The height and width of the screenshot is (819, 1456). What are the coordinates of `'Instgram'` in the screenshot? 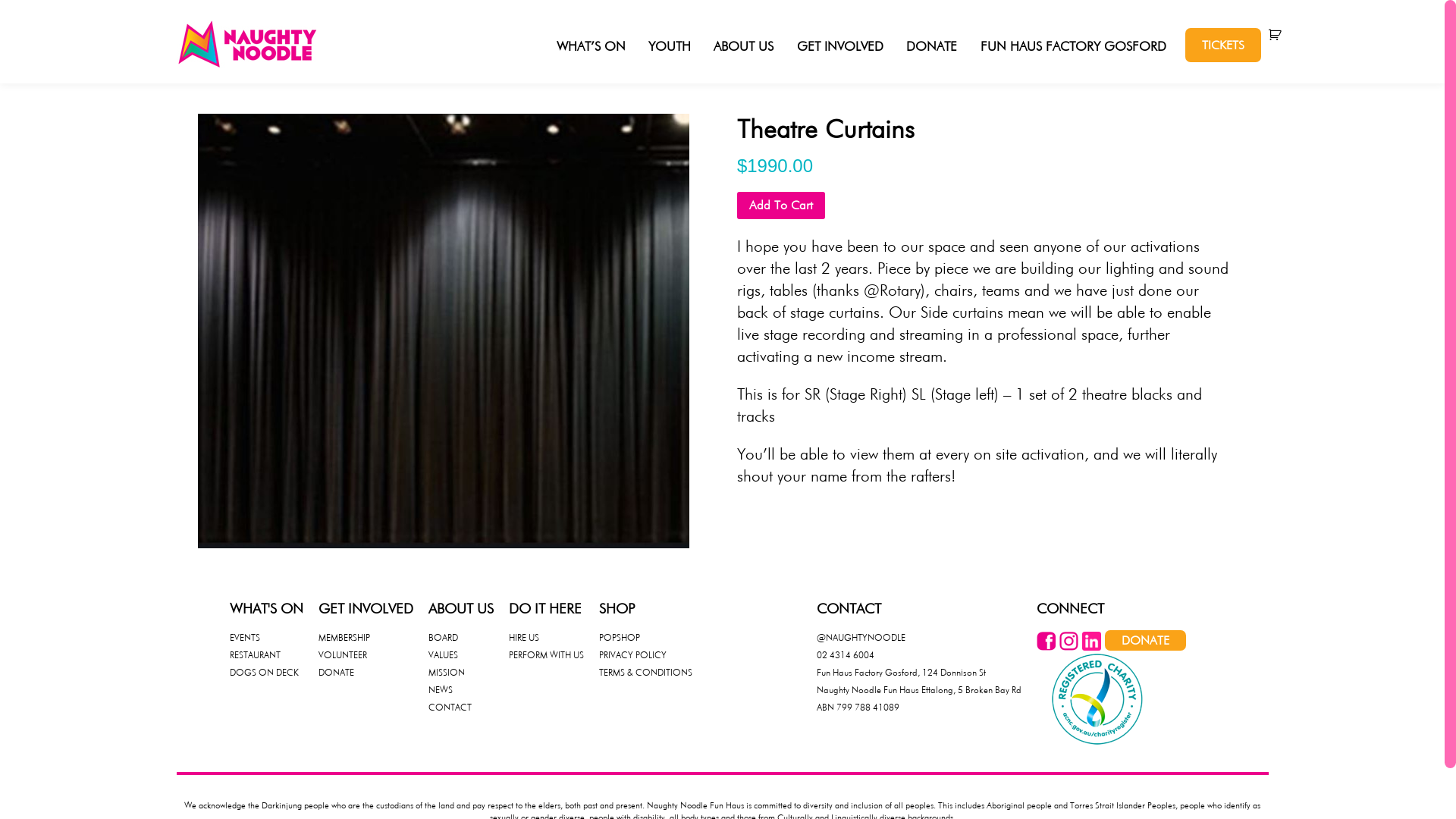 It's located at (1067, 646).